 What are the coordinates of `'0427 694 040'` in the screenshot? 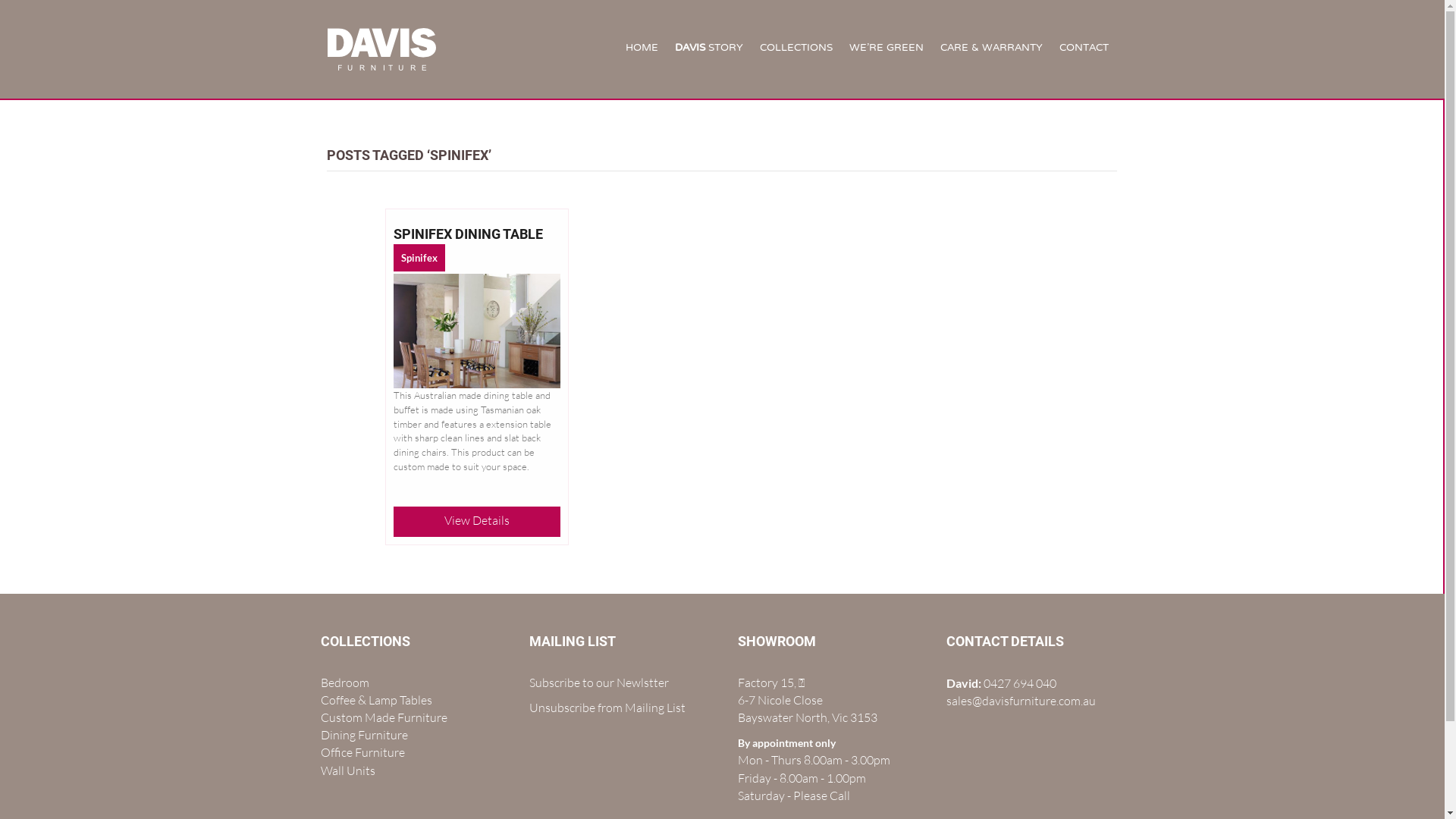 It's located at (1019, 683).